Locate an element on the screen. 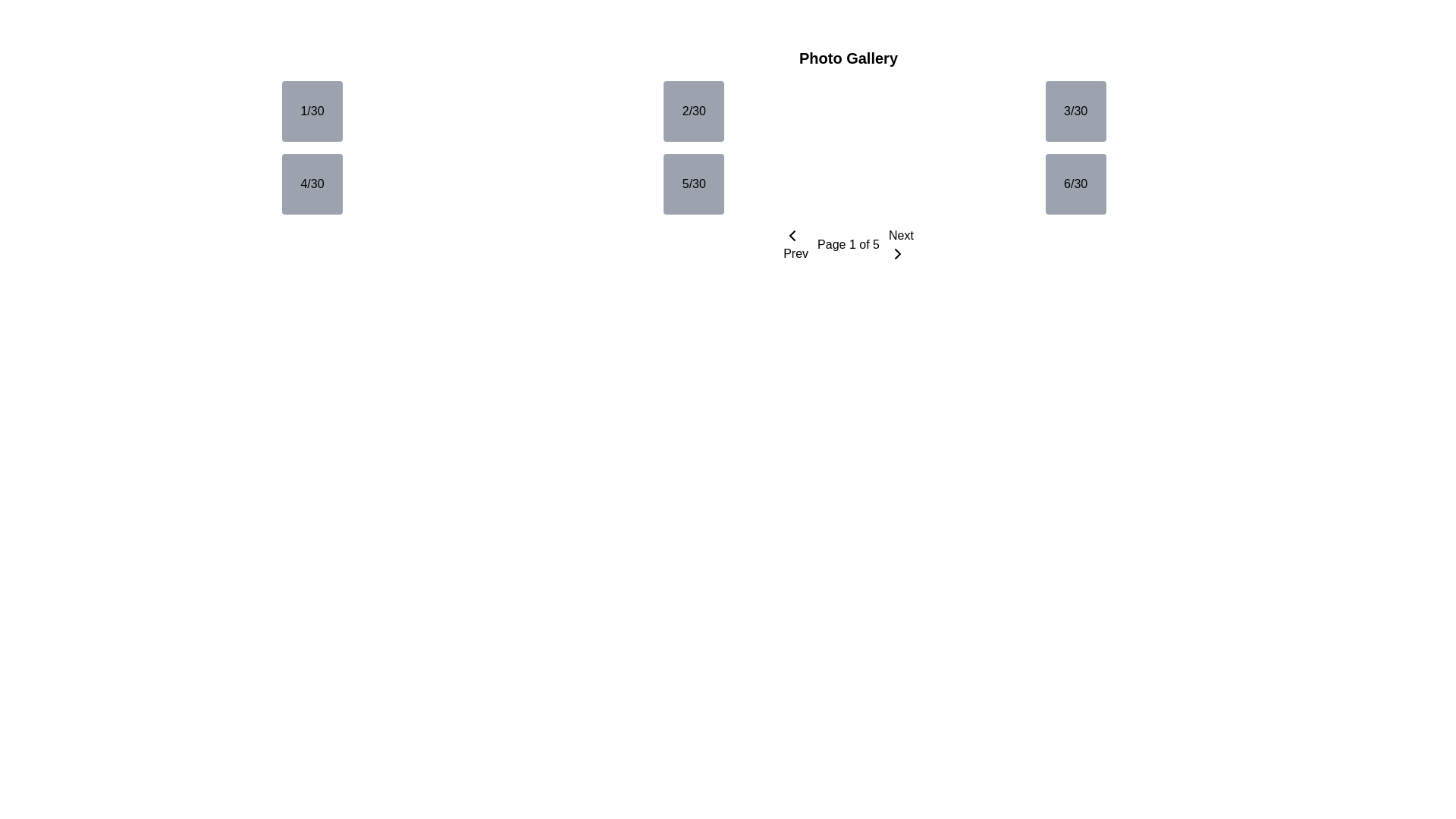  the left-pointing chevron icon, which signifies the 'previous' action in the navigation control is located at coordinates (792, 236).